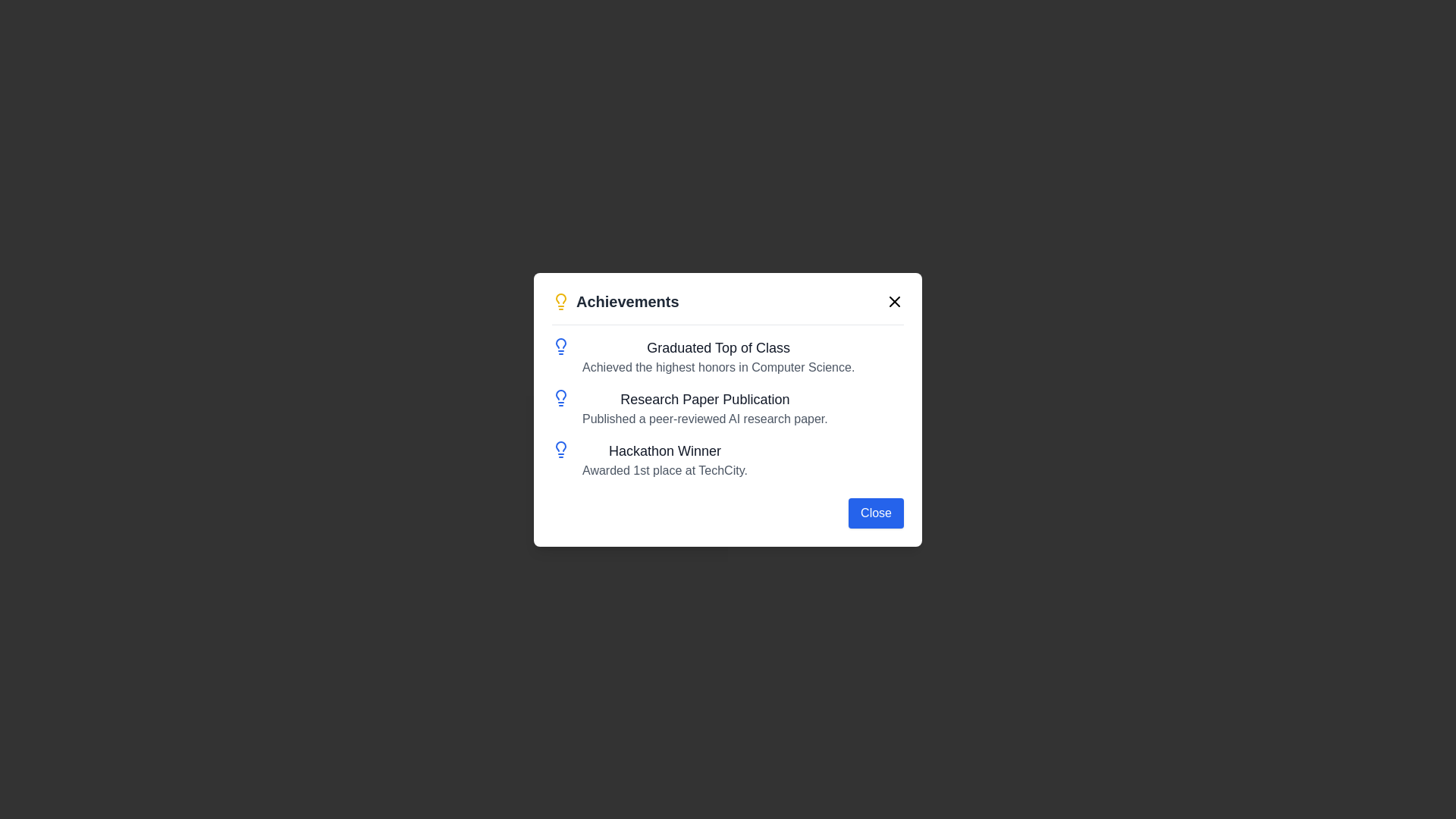 This screenshot has height=819, width=1456. Describe the element at coordinates (728, 356) in the screenshot. I see `the 'Graduated Top of Class' achievement detail in the Information Display Block` at that location.